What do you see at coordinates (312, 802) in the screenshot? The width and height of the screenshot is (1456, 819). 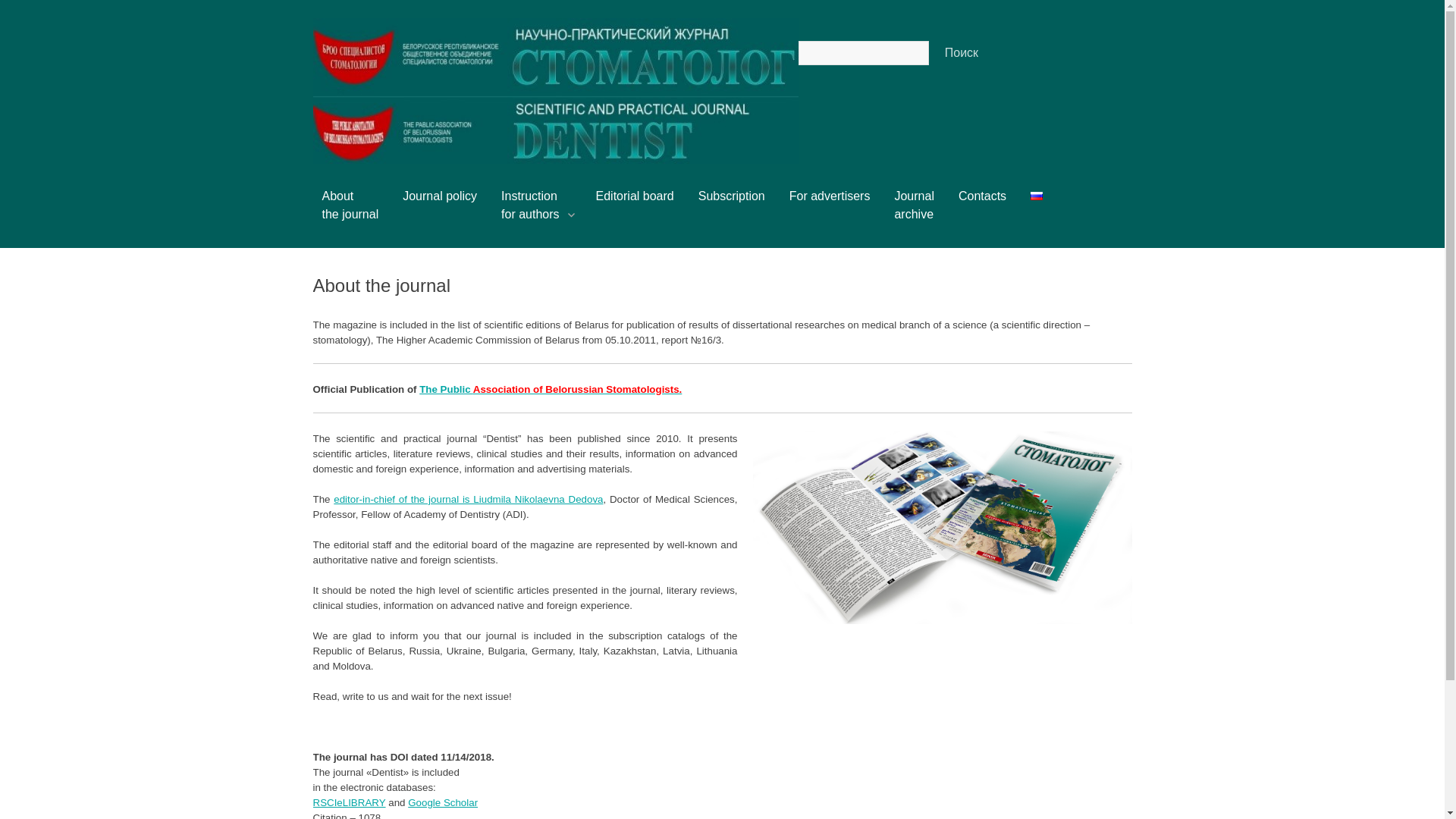 I see `'RSCIeLIBRARY'` at bounding box center [312, 802].